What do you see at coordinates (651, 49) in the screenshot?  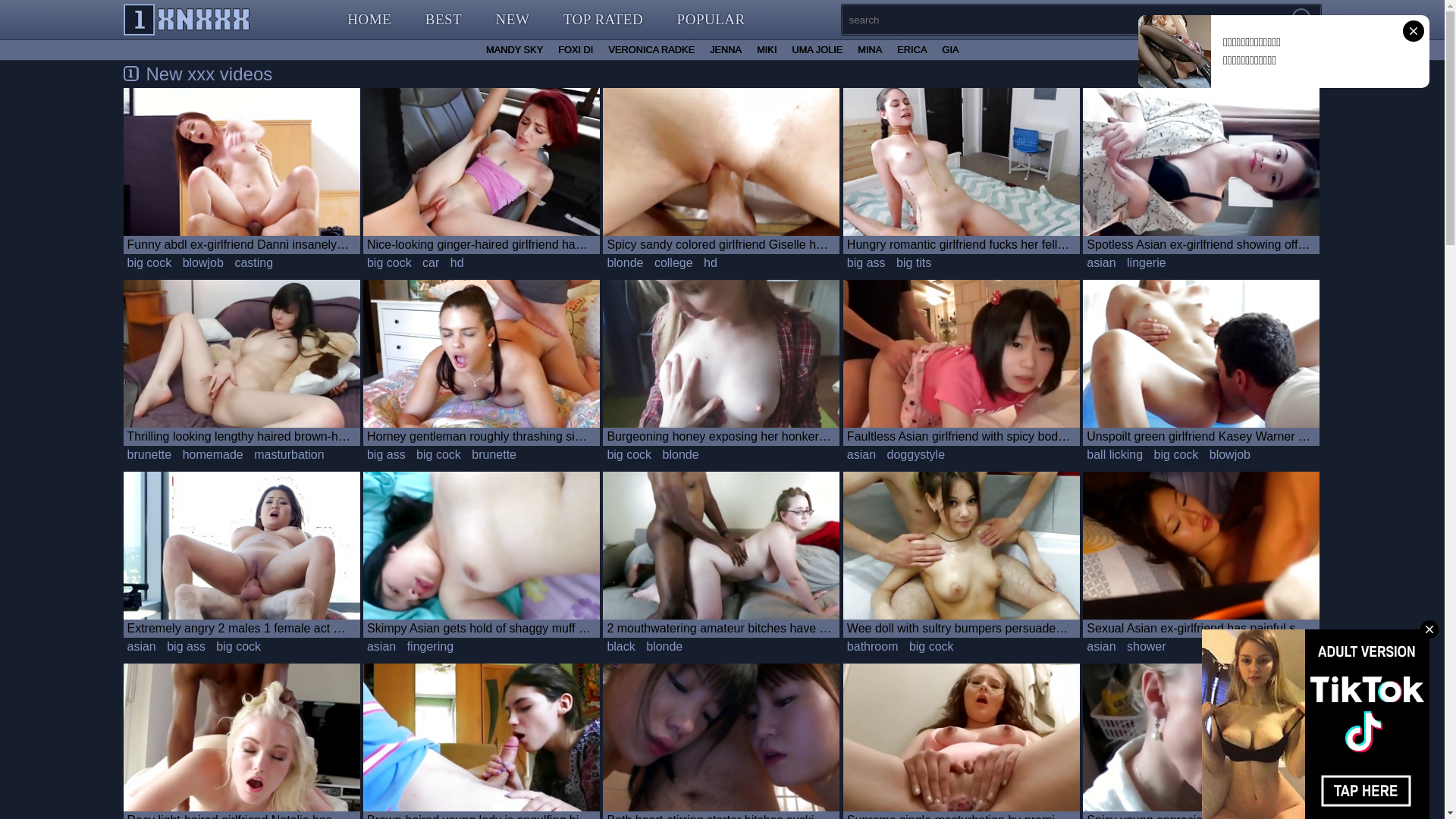 I see `'VERONICA RADKE'` at bounding box center [651, 49].